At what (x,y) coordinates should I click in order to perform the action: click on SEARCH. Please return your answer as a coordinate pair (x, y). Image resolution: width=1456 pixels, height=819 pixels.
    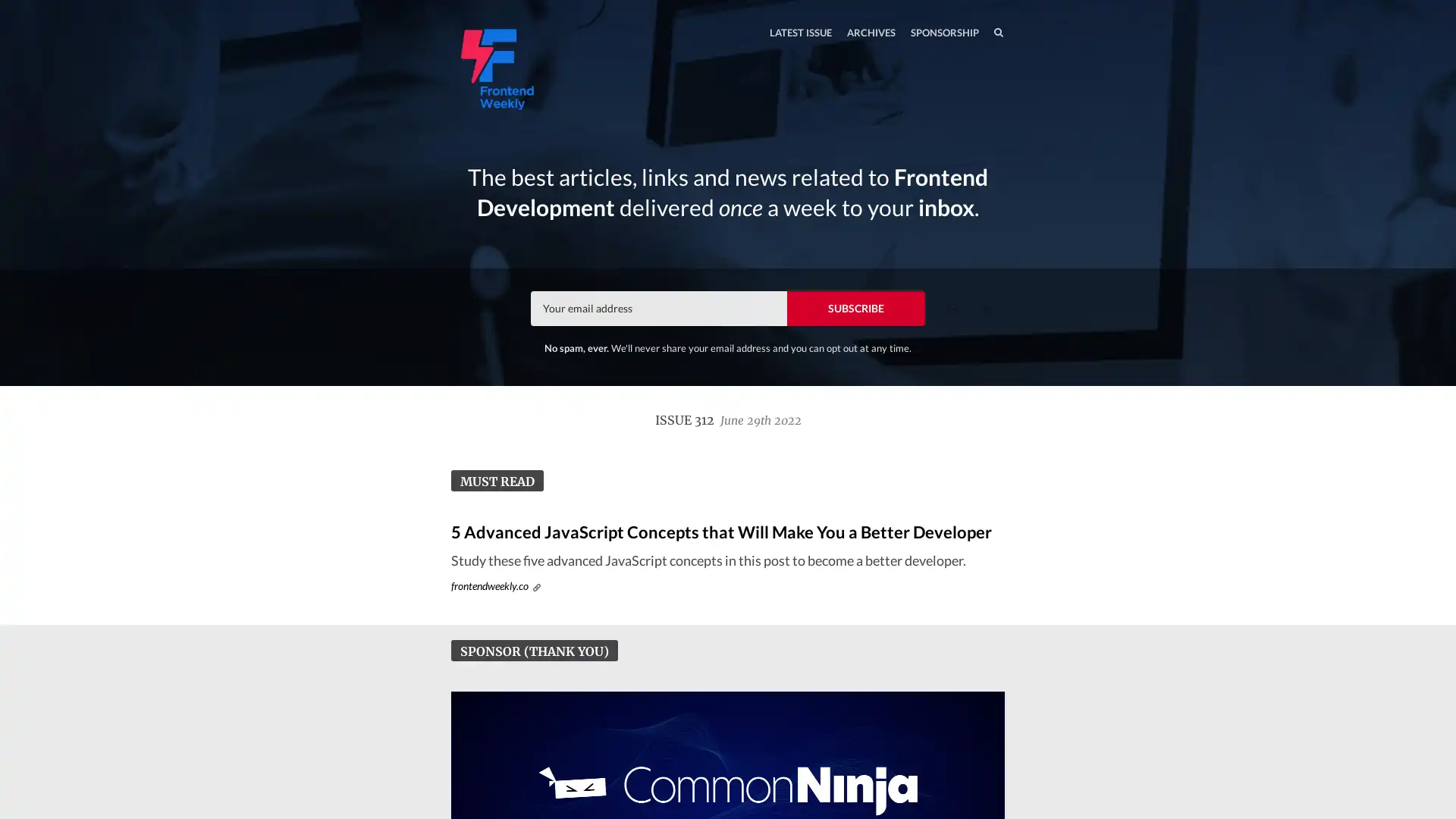
    Looking at the image, I should click on (966, 32).